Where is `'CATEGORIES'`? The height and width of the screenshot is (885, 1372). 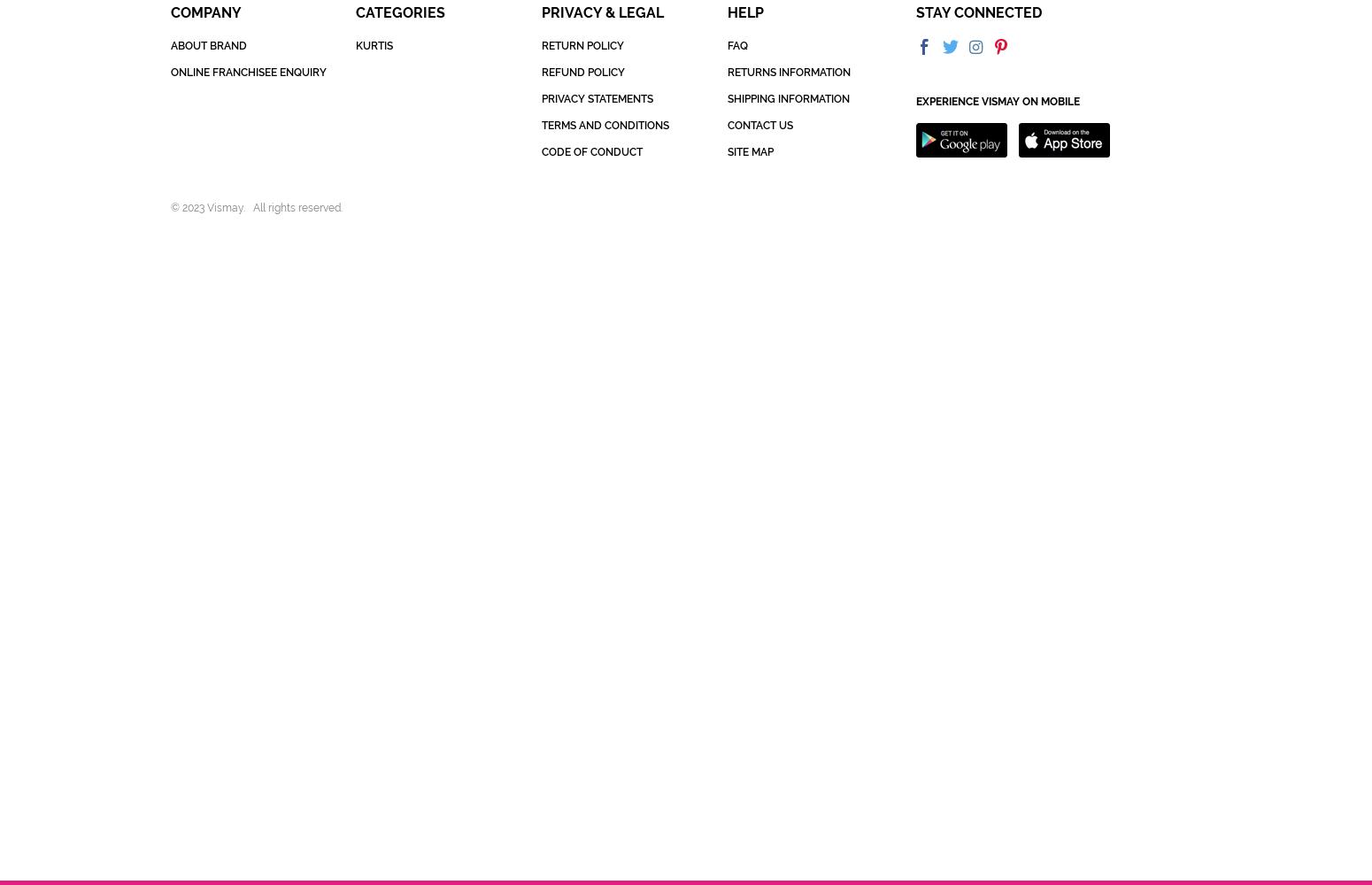 'CATEGORIES' is located at coordinates (400, 12).